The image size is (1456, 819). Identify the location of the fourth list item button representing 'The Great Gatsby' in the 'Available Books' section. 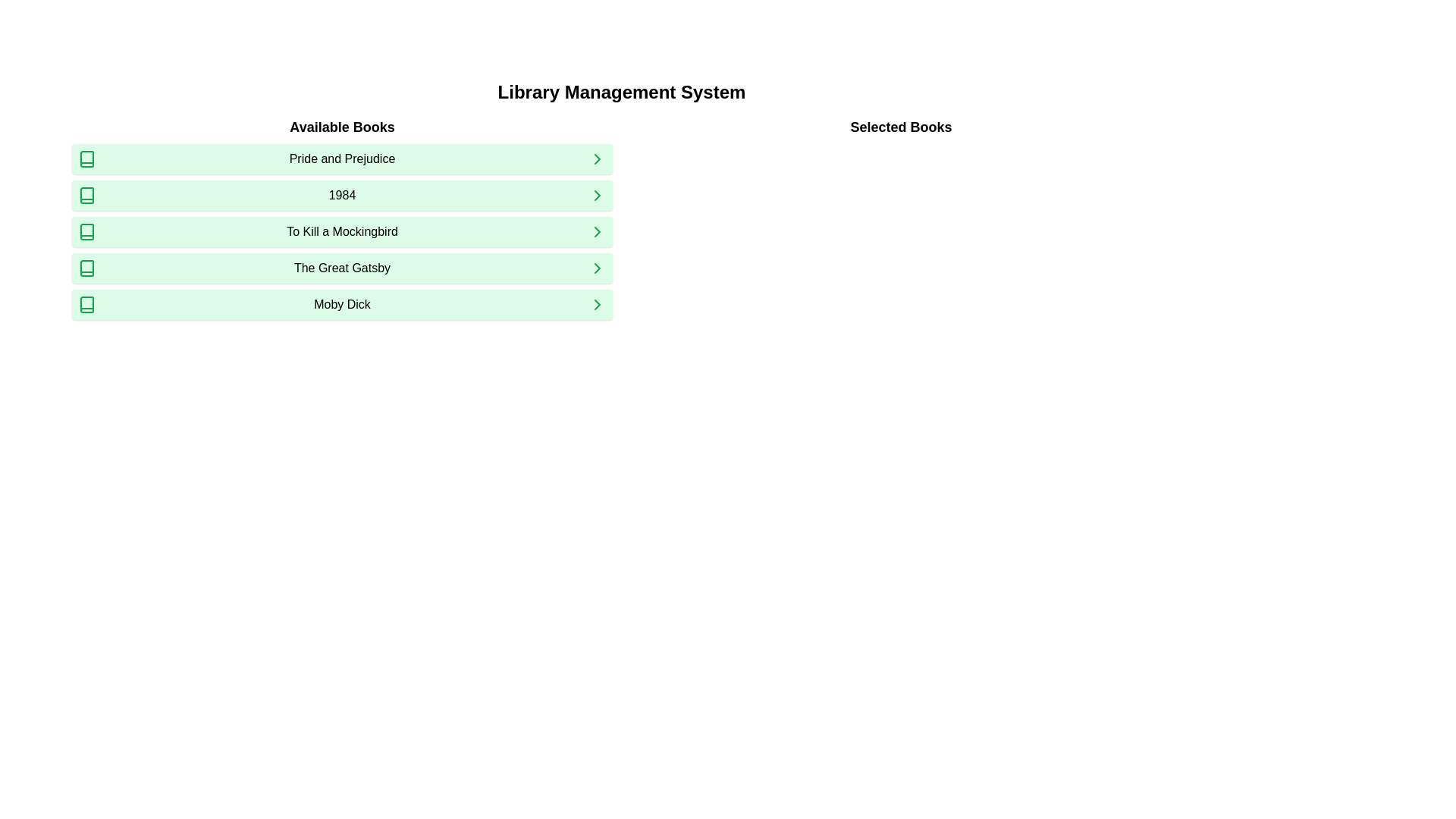
(341, 268).